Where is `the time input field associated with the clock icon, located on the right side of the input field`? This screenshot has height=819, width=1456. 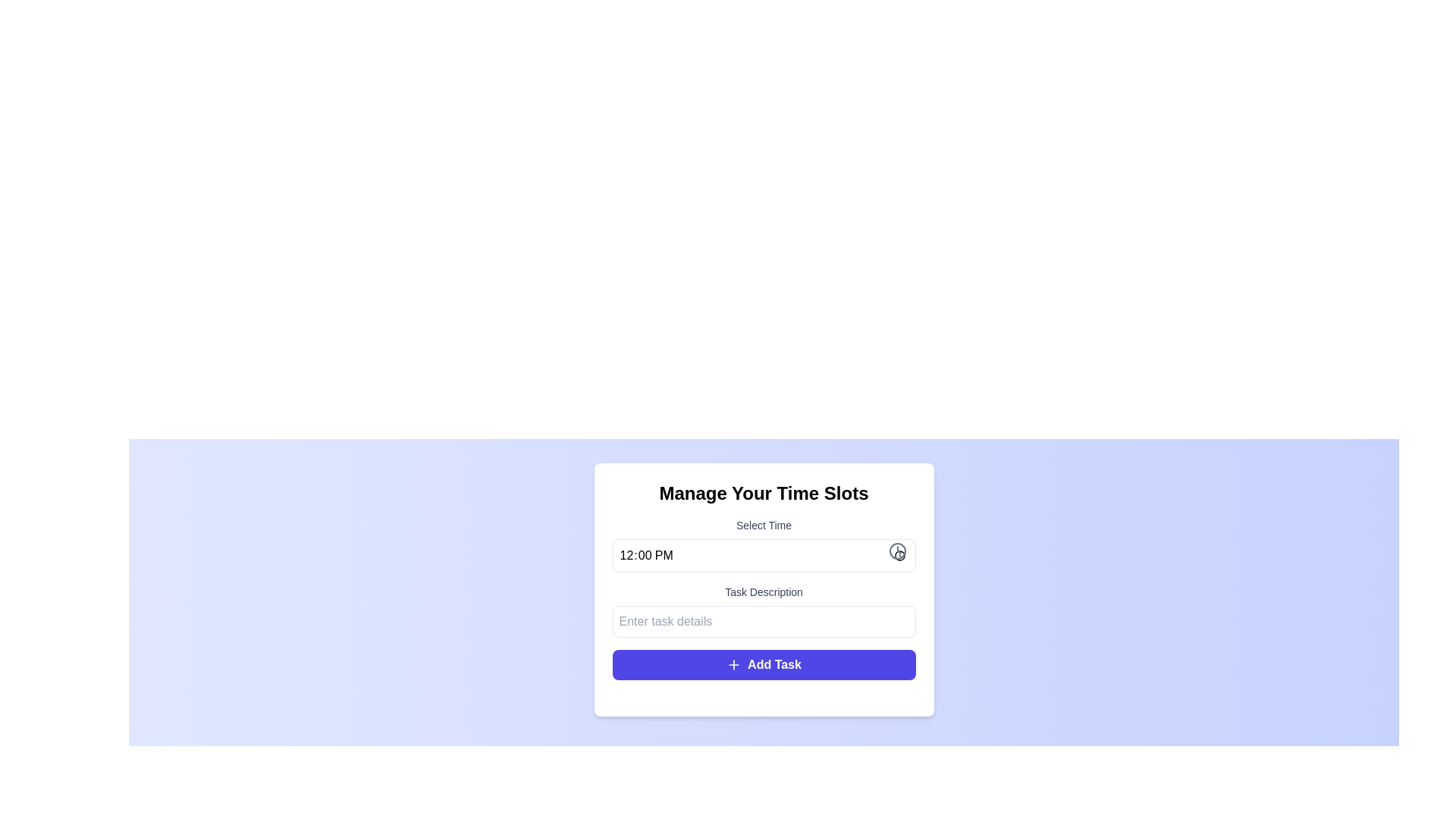 the time input field associated with the clock icon, located on the right side of the input field is located at coordinates (897, 551).